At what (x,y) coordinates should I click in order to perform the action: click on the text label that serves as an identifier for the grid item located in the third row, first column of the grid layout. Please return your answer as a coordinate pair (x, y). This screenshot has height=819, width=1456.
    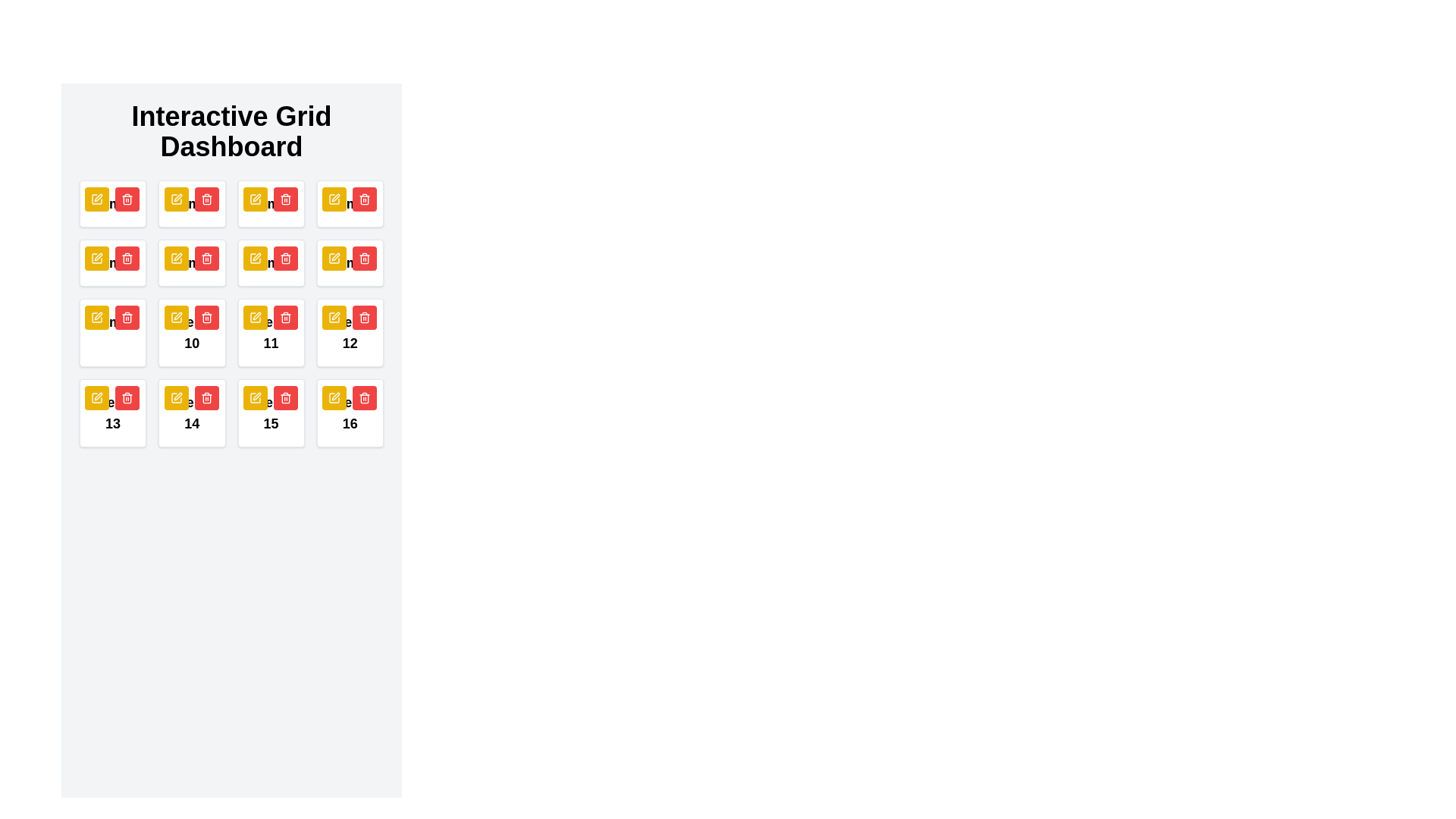
    Looking at the image, I should click on (191, 332).